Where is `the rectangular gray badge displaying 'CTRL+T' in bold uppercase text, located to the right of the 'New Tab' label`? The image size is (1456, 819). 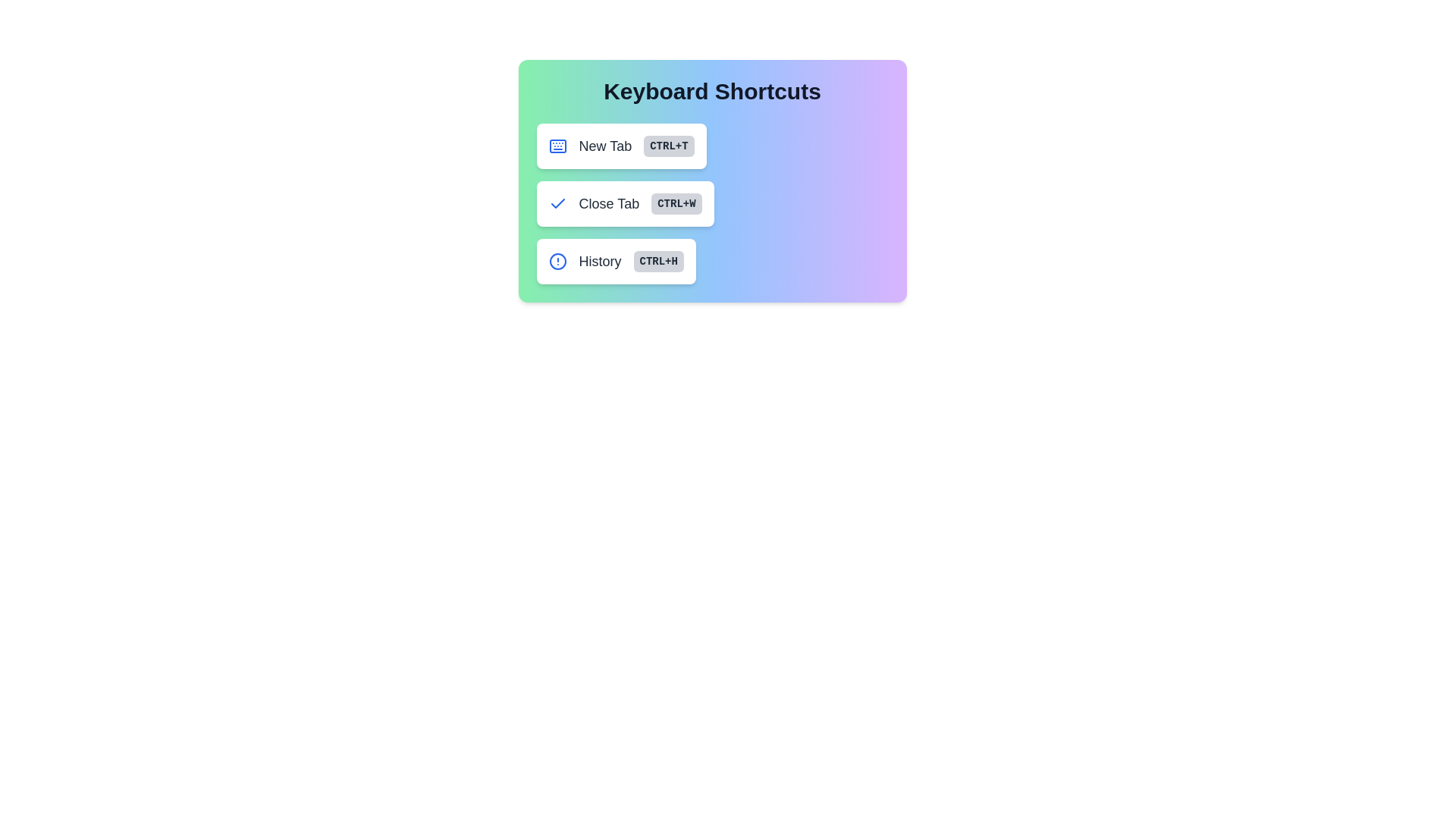 the rectangular gray badge displaying 'CTRL+T' in bold uppercase text, located to the right of the 'New Tab' label is located at coordinates (668, 146).